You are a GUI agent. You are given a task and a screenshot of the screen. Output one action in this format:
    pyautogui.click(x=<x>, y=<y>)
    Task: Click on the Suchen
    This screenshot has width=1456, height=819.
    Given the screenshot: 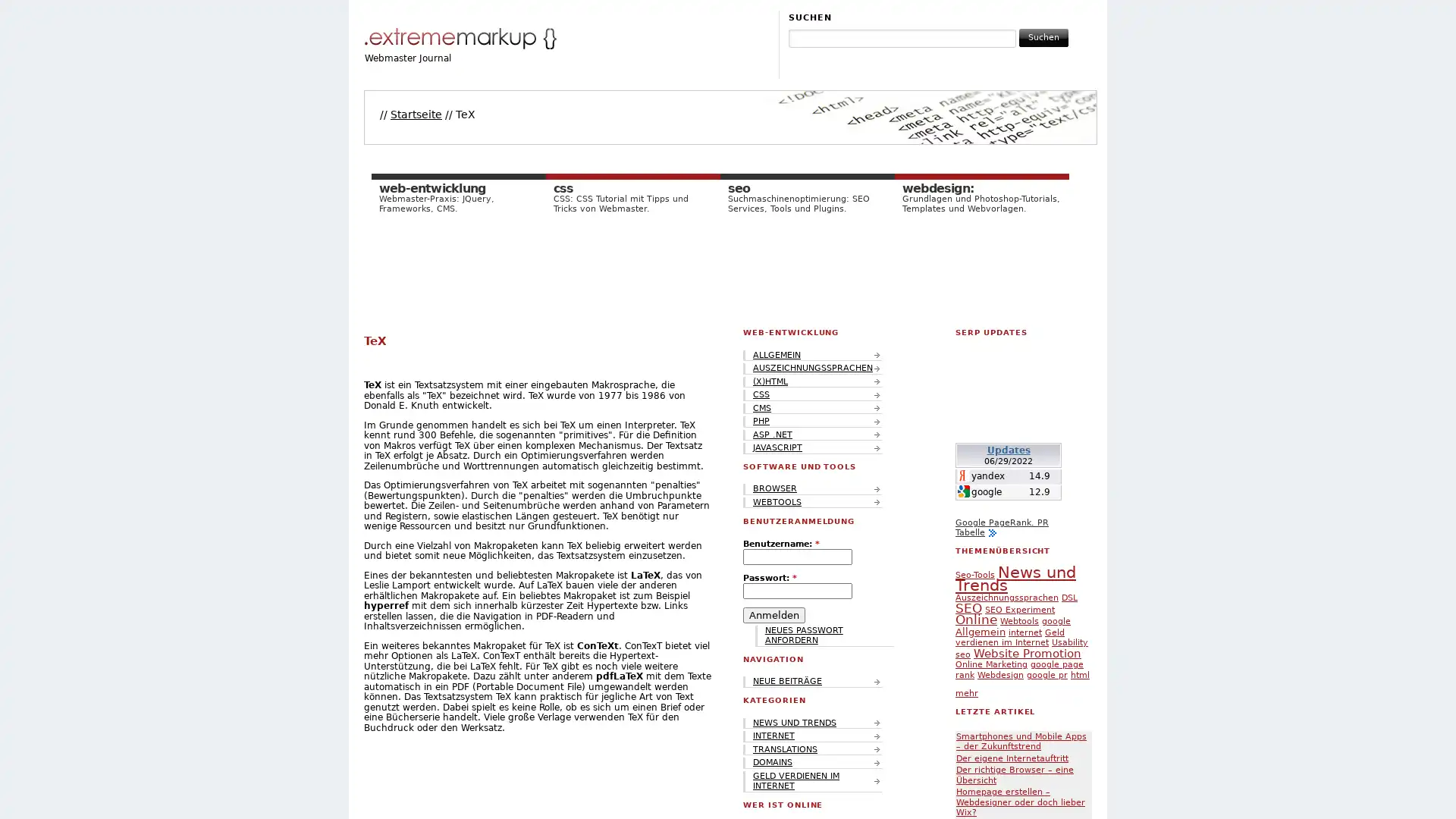 What is the action you would take?
    pyautogui.click(x=1043, y=36)
    